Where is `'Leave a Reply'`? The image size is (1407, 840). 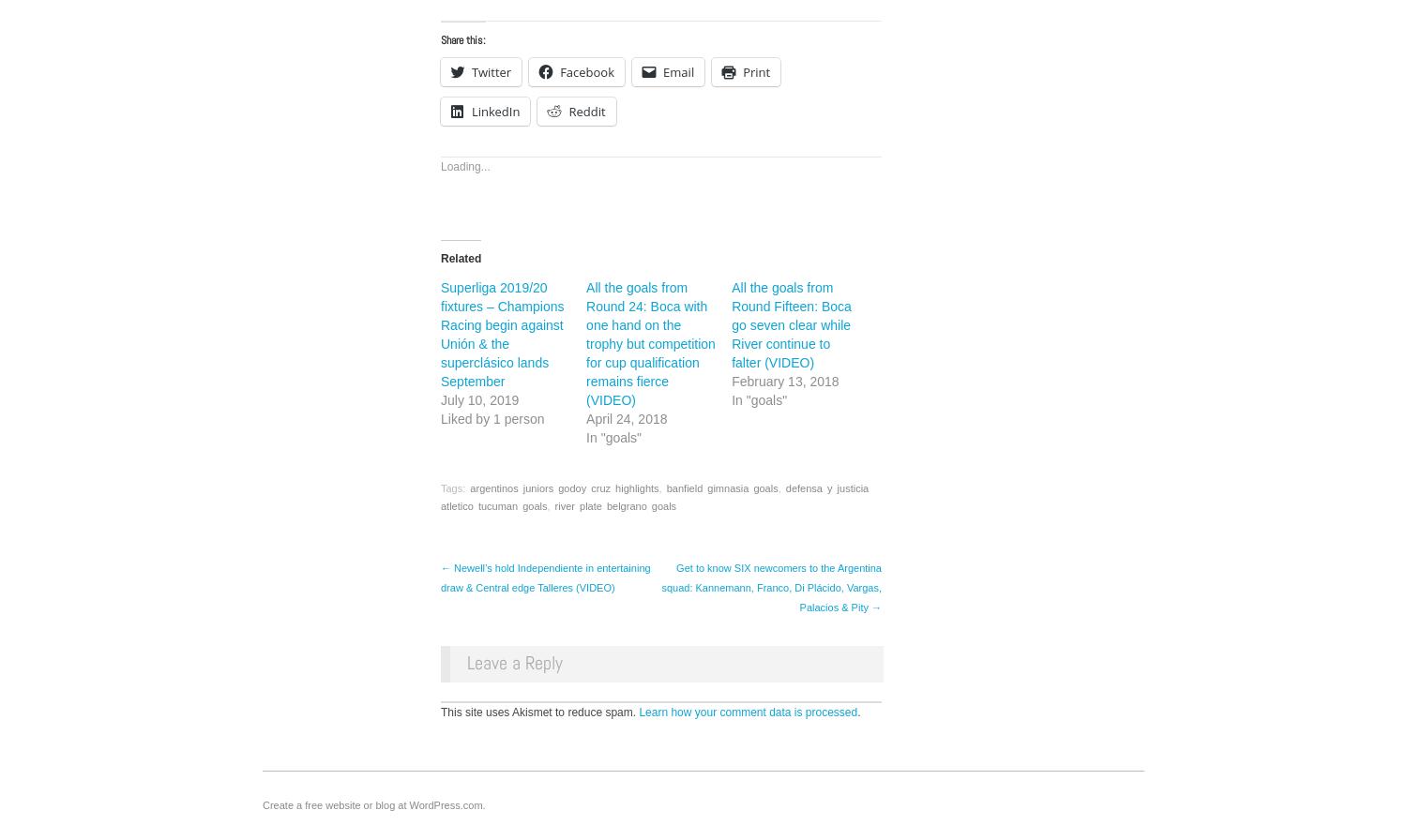 'Leave a Reply' is located at coordinates (515, 661).